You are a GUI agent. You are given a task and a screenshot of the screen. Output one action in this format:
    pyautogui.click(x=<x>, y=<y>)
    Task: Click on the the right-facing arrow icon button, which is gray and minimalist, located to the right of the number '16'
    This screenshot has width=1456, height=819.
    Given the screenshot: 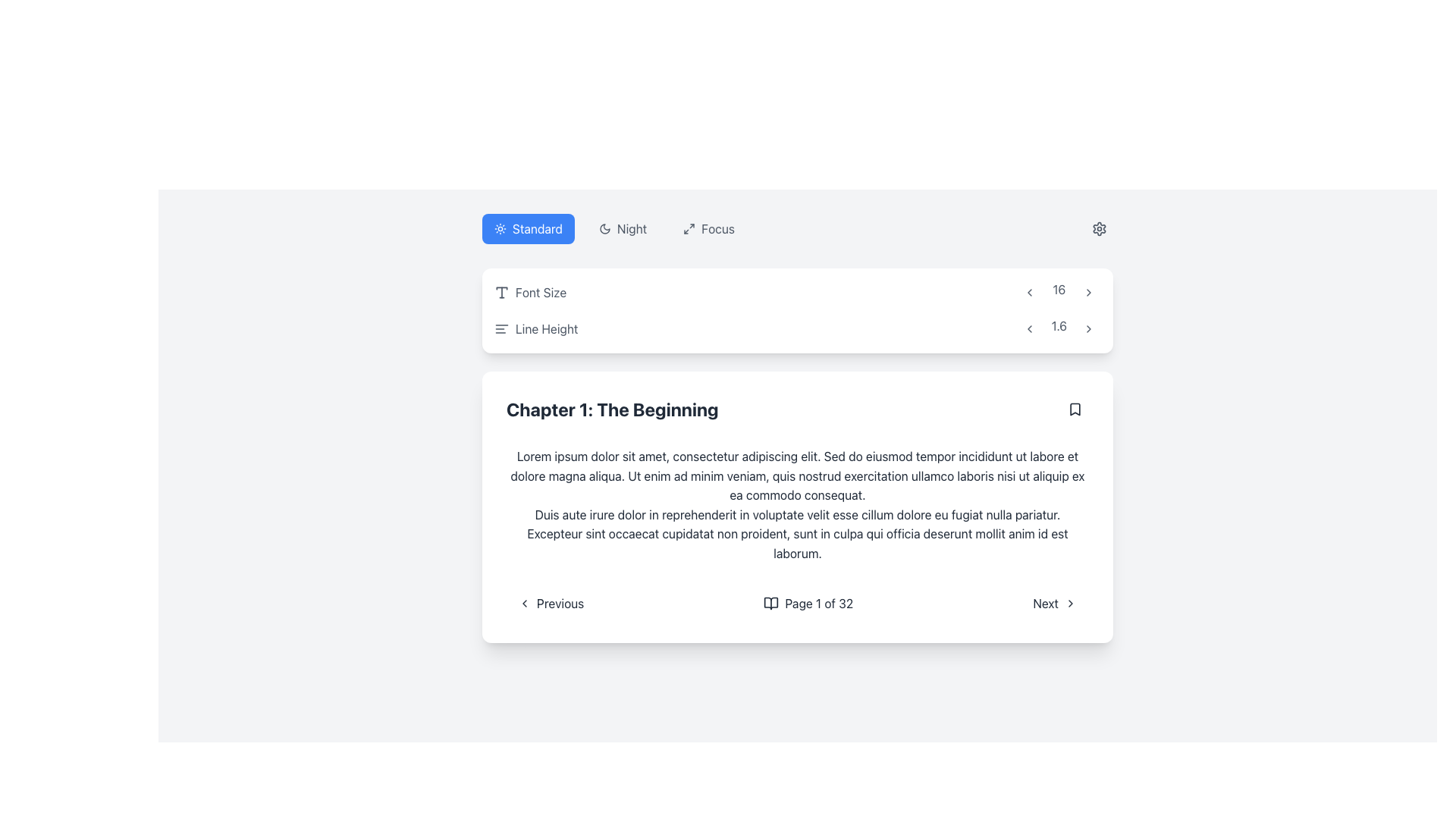 What is the action you would take?
    pyautogui.click(x=1087, y=292)
    